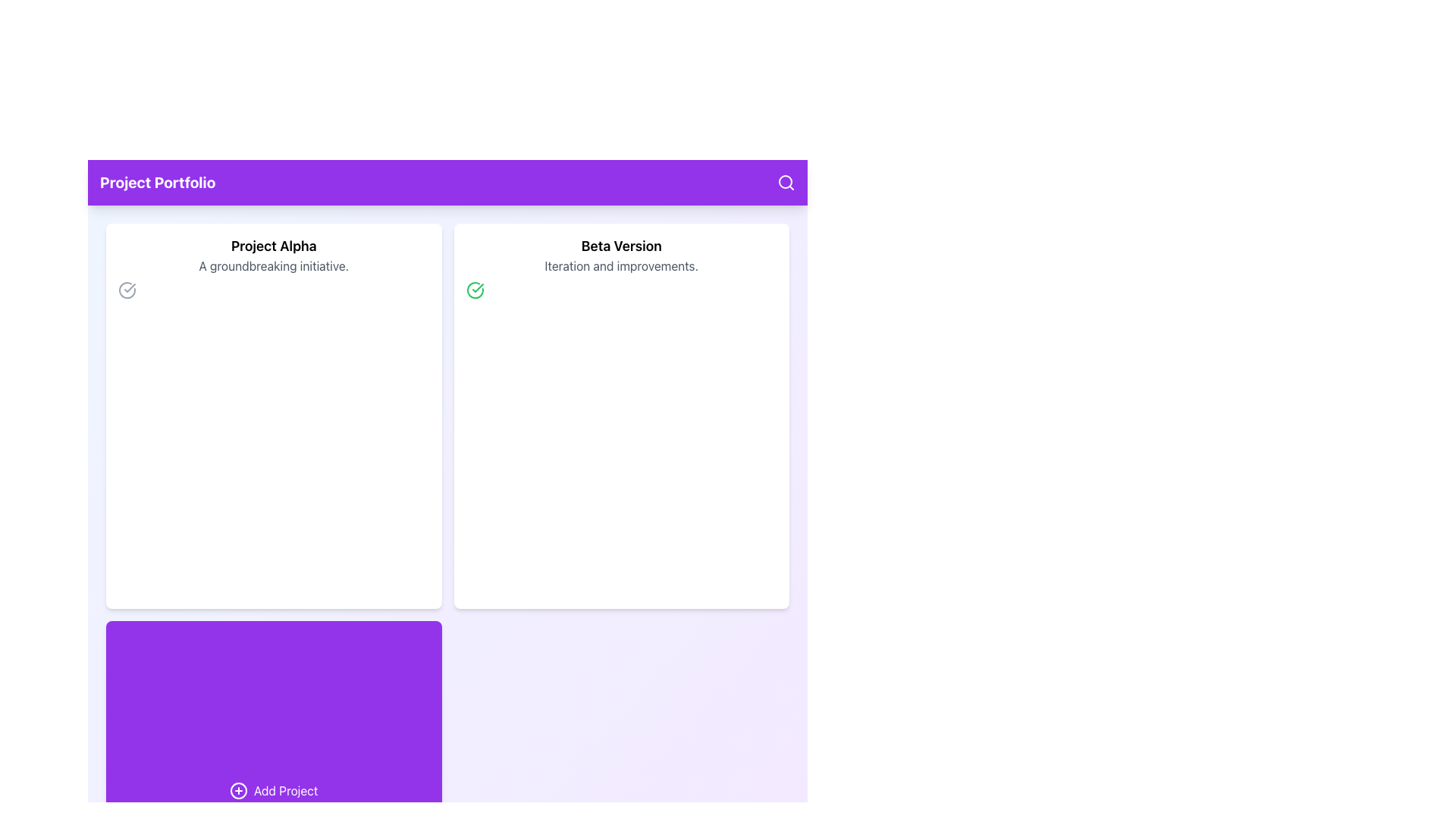  What do you see at coordinates (621, 265) in the screenshot?
I see `the descriptive text located beneath the title 'Beta Version' within the card labeled 'Beta Version'` at bounding box center [621, 265].